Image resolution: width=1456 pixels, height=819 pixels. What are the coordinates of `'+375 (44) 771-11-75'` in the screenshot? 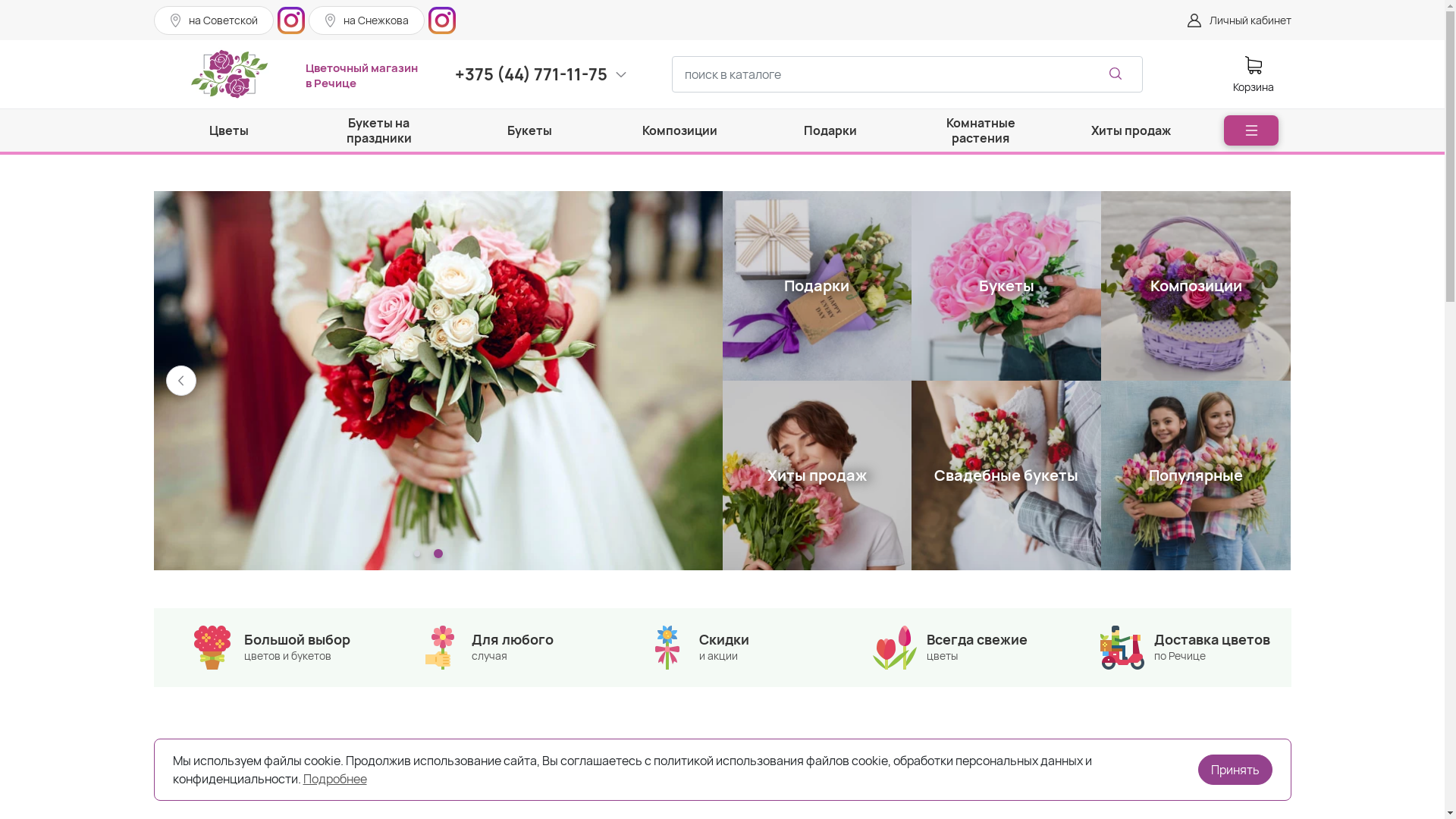 It's located at (538, 74).